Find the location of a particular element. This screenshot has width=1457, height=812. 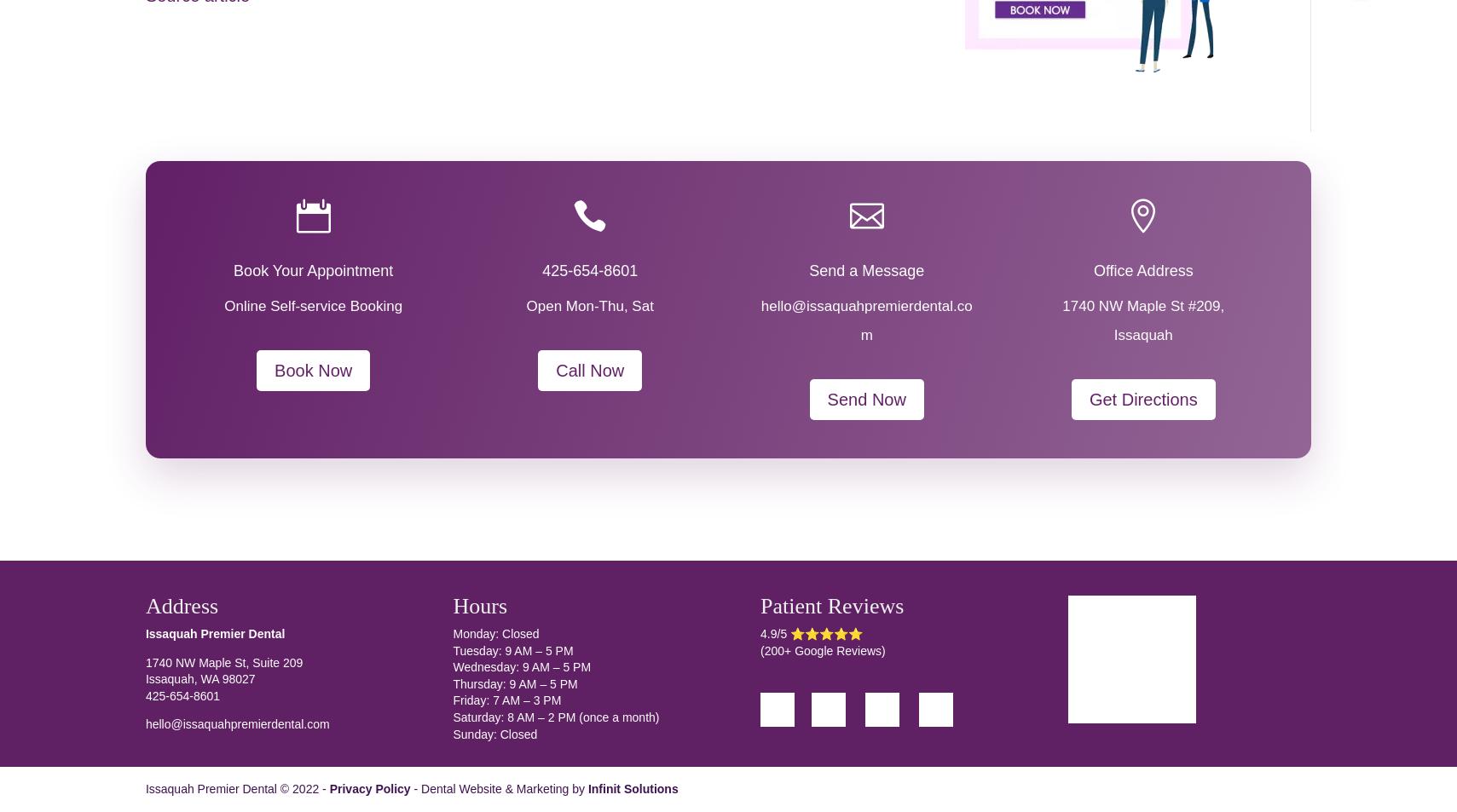

'Get Directions' is located at coordinates (1142, 398).